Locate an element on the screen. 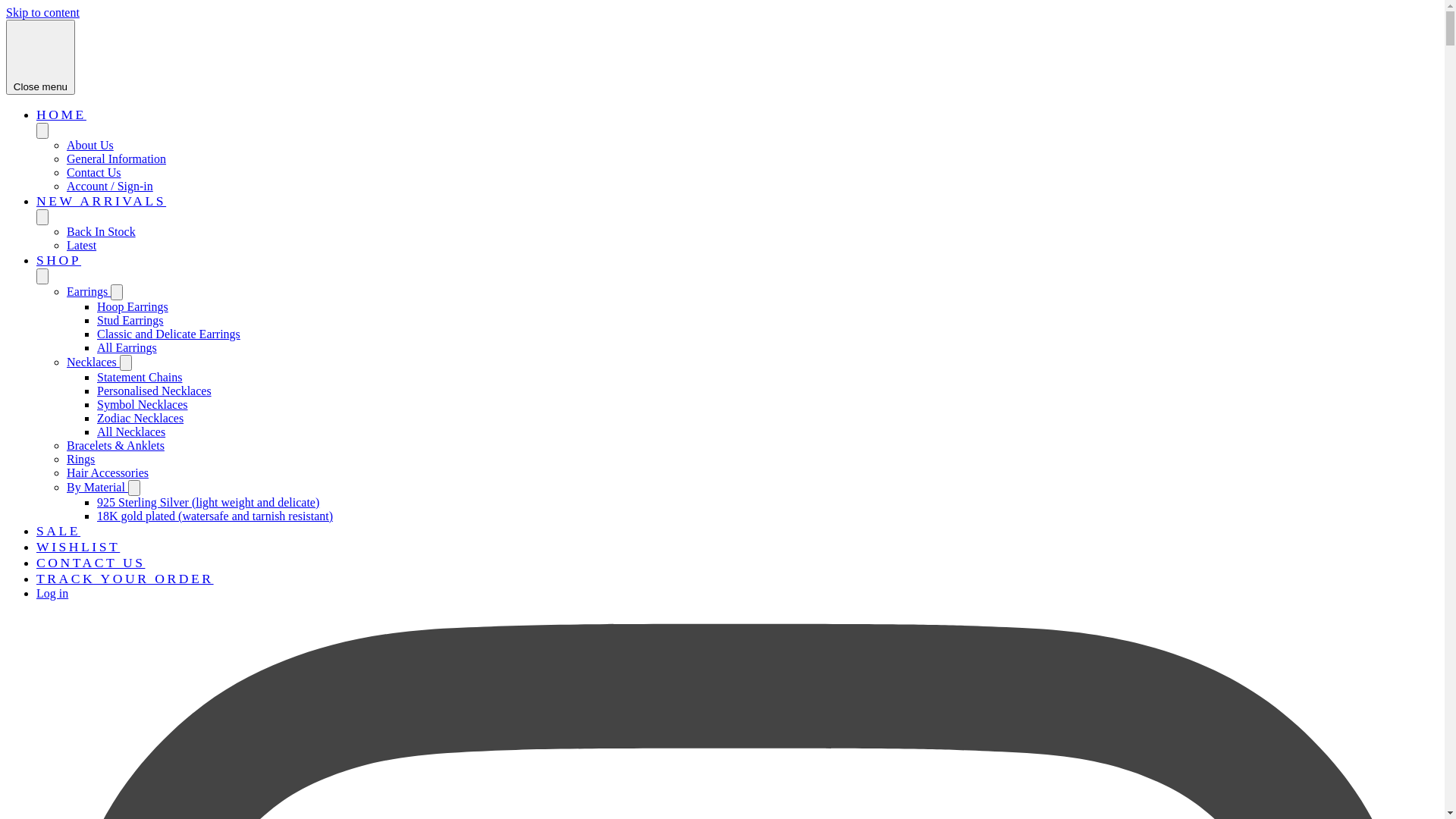  'WISHLIST' is located at coordinates (36, 547).